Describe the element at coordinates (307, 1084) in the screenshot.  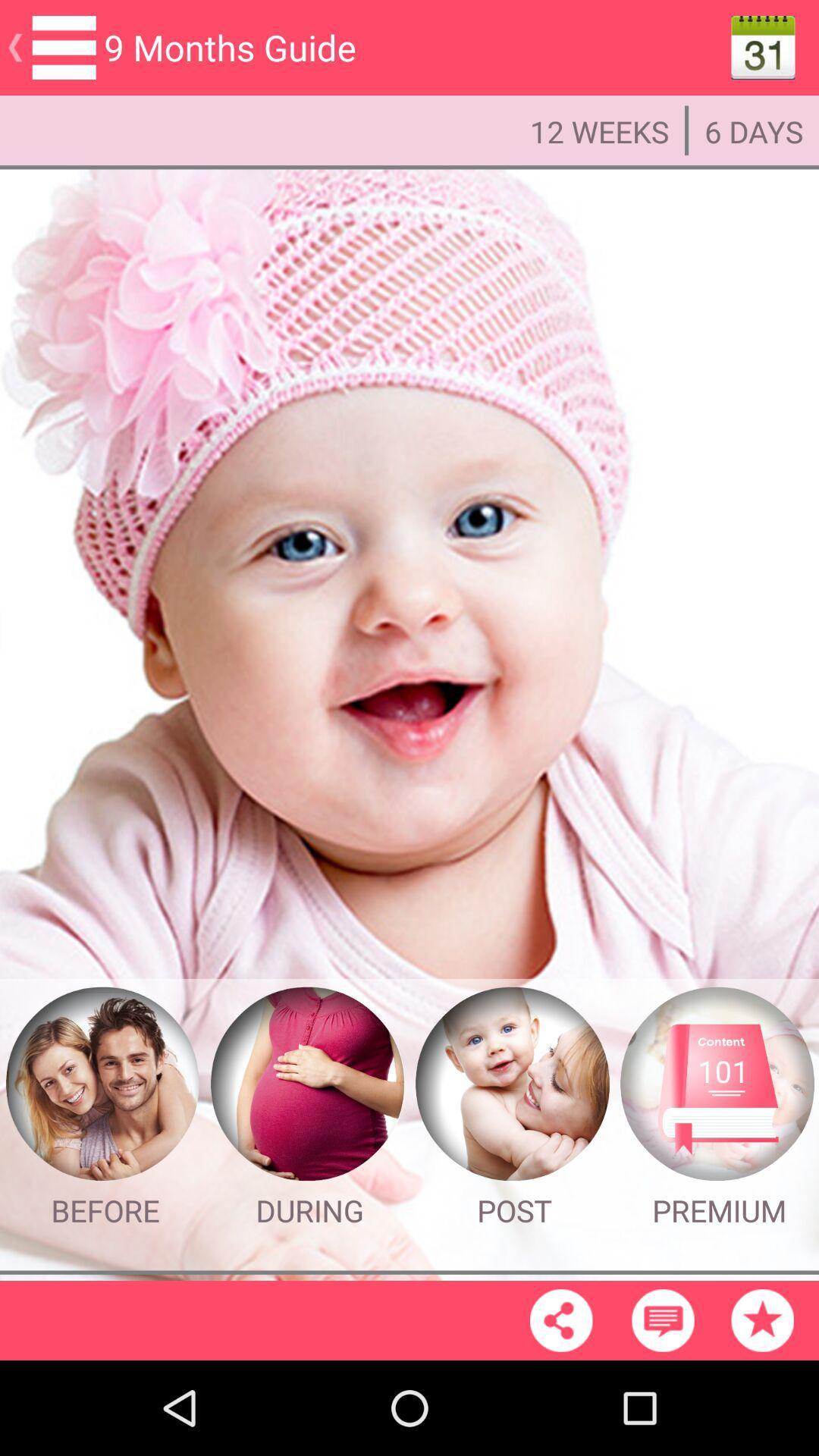
I see `the image` at that location.